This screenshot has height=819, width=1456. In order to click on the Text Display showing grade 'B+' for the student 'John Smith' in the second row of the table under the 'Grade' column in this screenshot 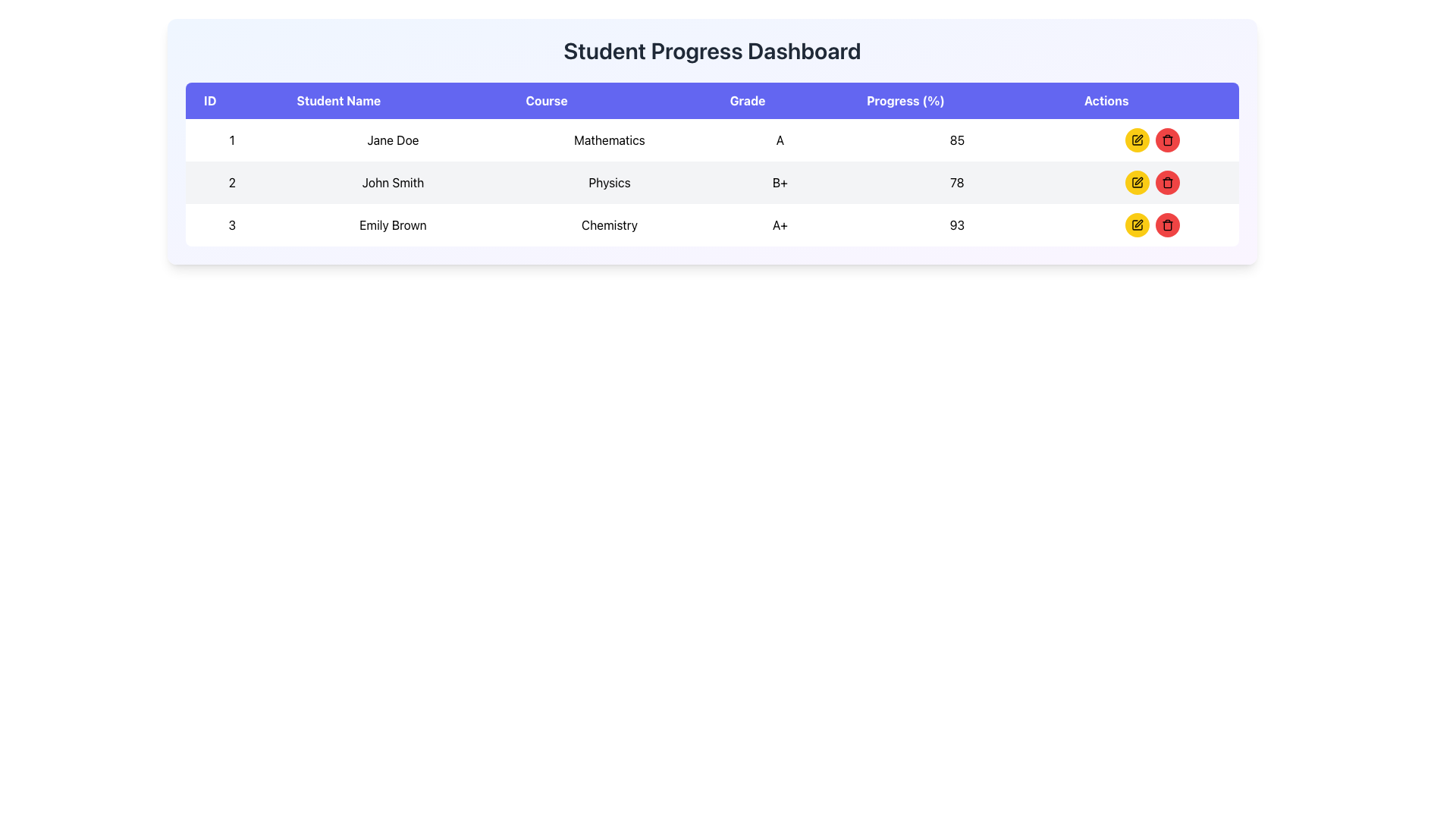, I will do `click(780, 181)`.